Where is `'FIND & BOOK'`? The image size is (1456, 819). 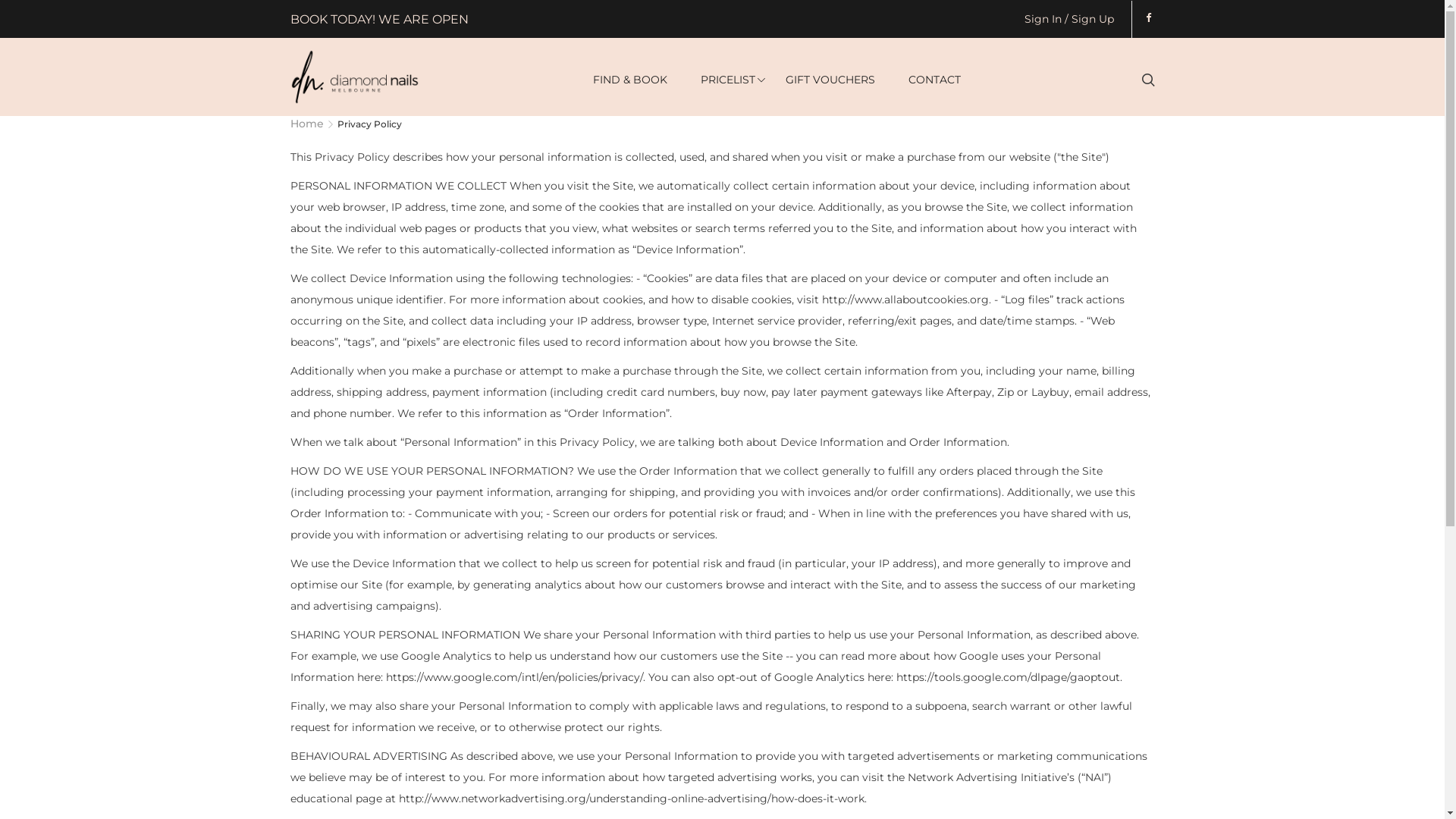
'FIND & BOOK' is located at coordinates (629, 80).